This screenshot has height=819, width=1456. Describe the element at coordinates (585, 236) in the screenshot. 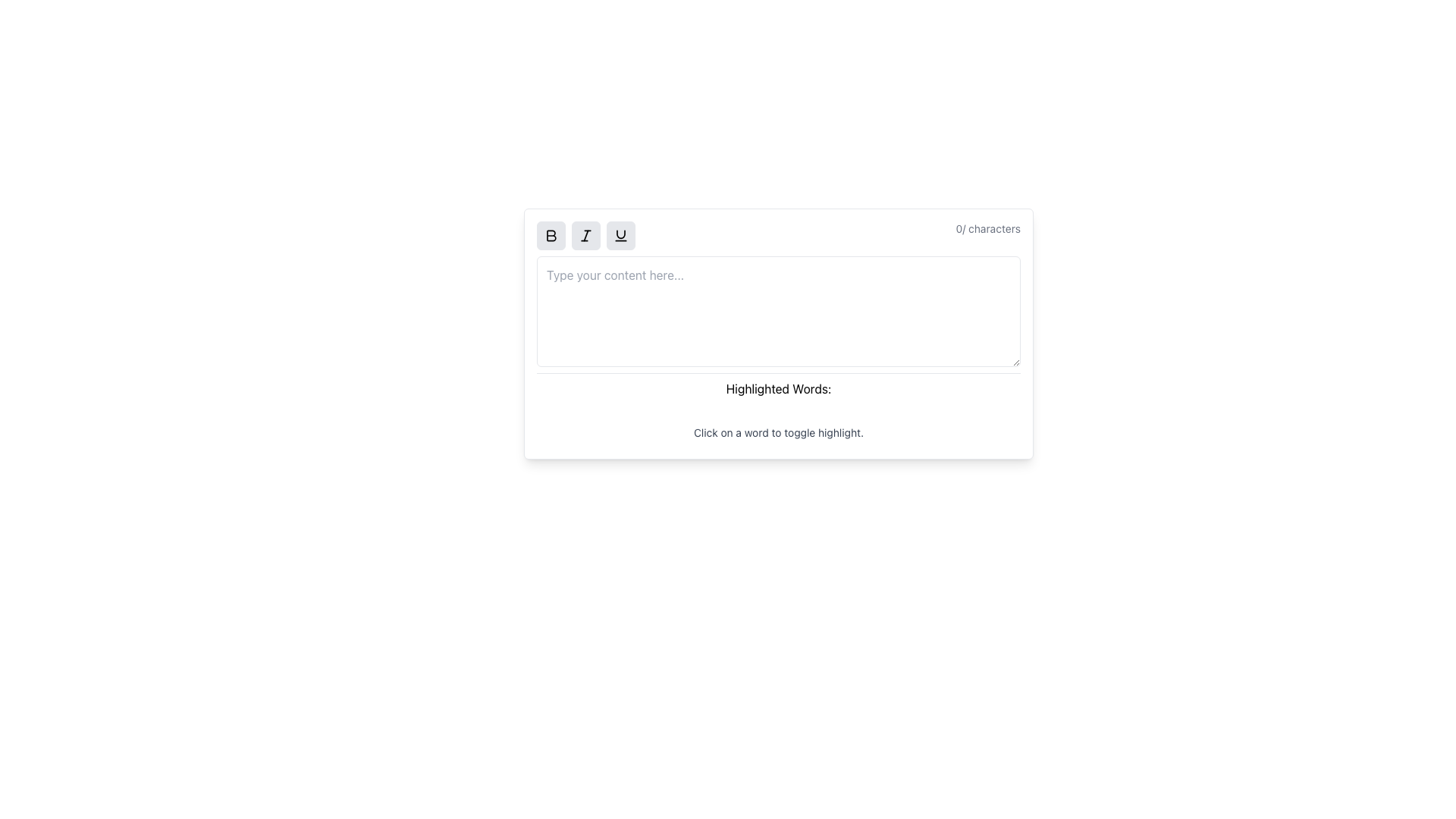

I see `the italic button in the text formatting toolbar` at that location.